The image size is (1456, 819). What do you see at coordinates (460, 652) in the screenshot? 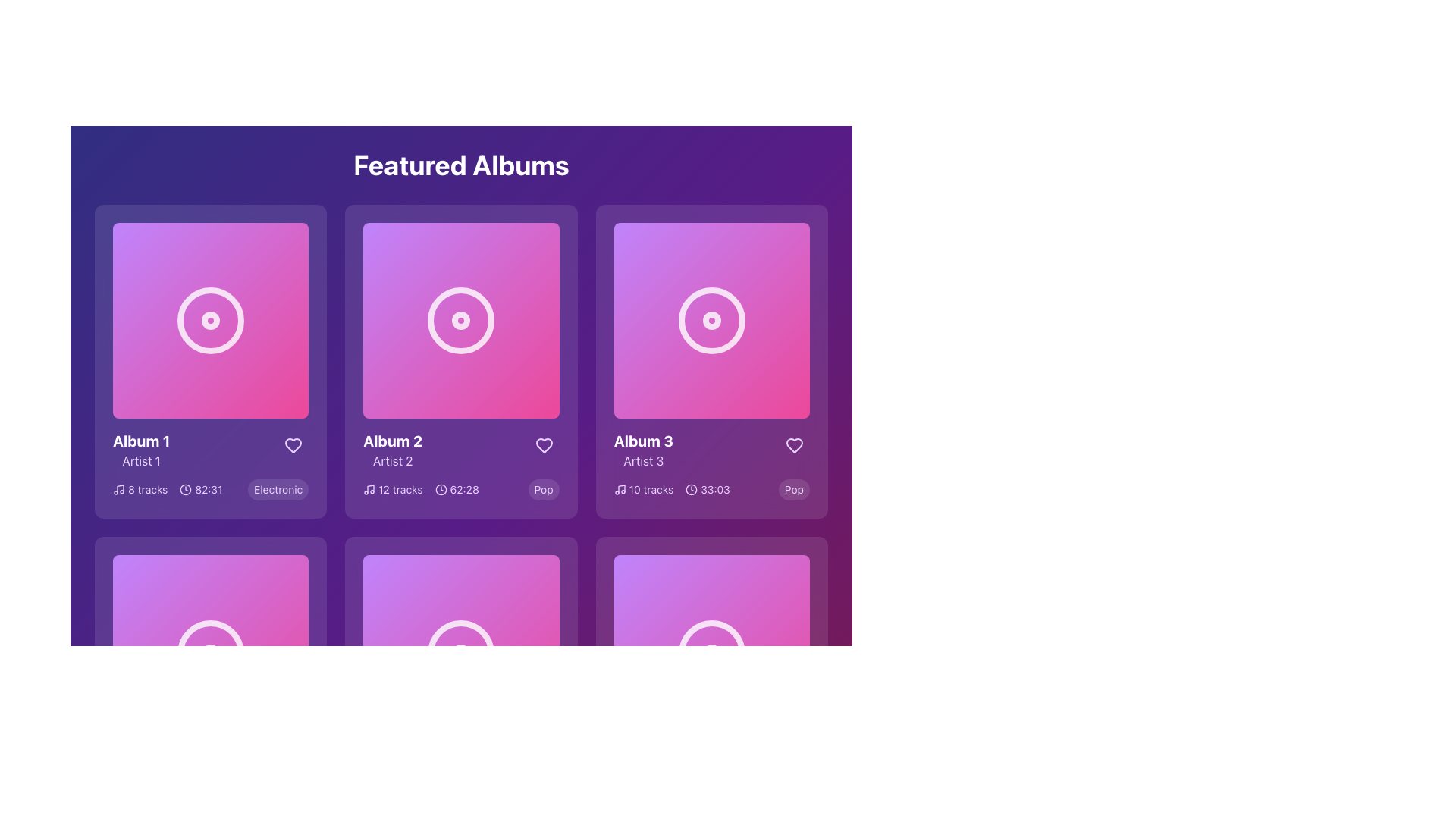
I see `the smaller SVG circle element within the disc icon of Album 2, which is the second card in the first row of the card layout` at bounding box center [460, 652].